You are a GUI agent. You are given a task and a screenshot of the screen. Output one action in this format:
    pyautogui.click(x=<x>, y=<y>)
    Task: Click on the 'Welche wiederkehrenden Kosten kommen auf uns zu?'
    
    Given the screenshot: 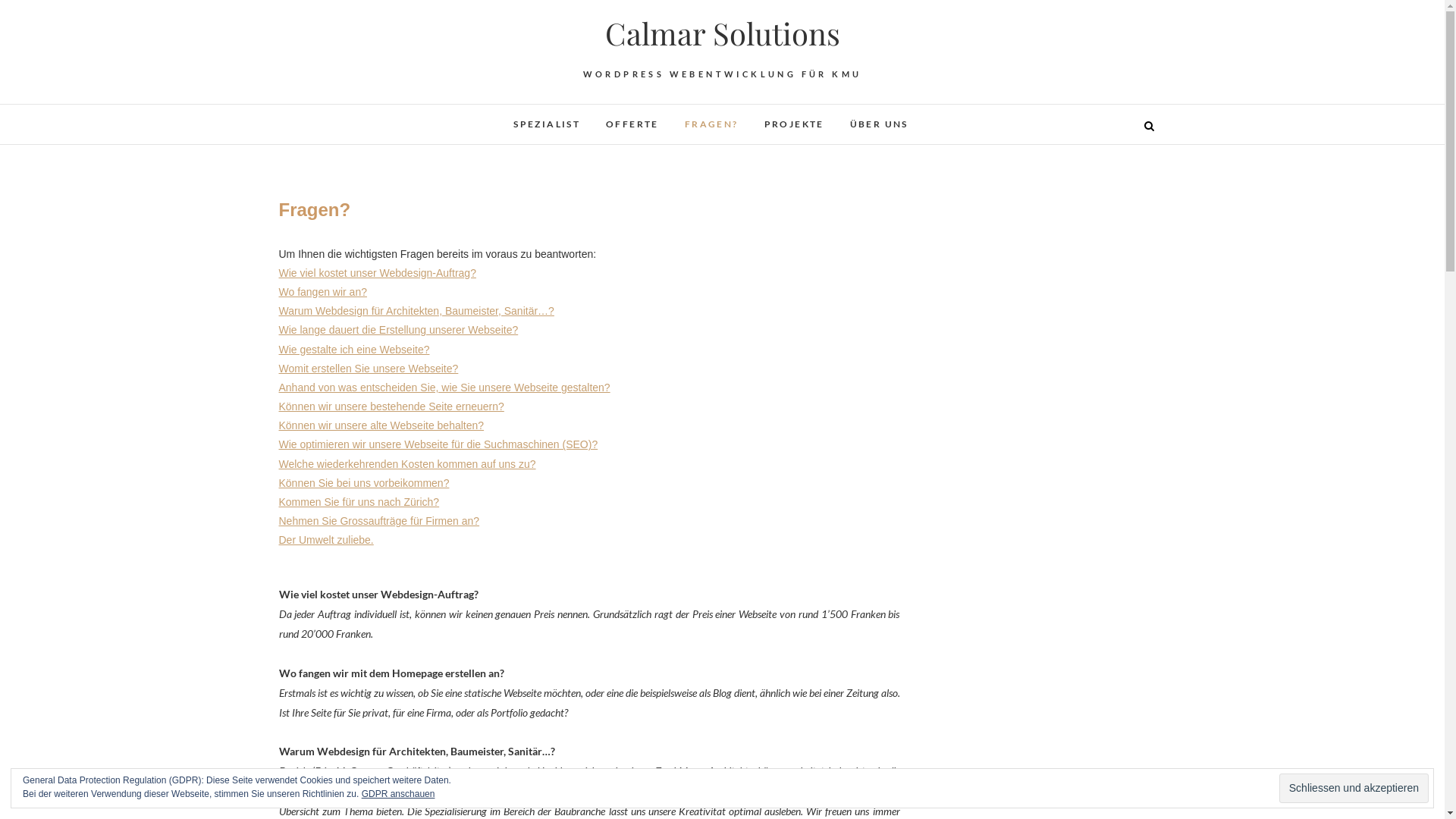 What is the action you would take?
    pyautogui.click(x=407, y=463)
    